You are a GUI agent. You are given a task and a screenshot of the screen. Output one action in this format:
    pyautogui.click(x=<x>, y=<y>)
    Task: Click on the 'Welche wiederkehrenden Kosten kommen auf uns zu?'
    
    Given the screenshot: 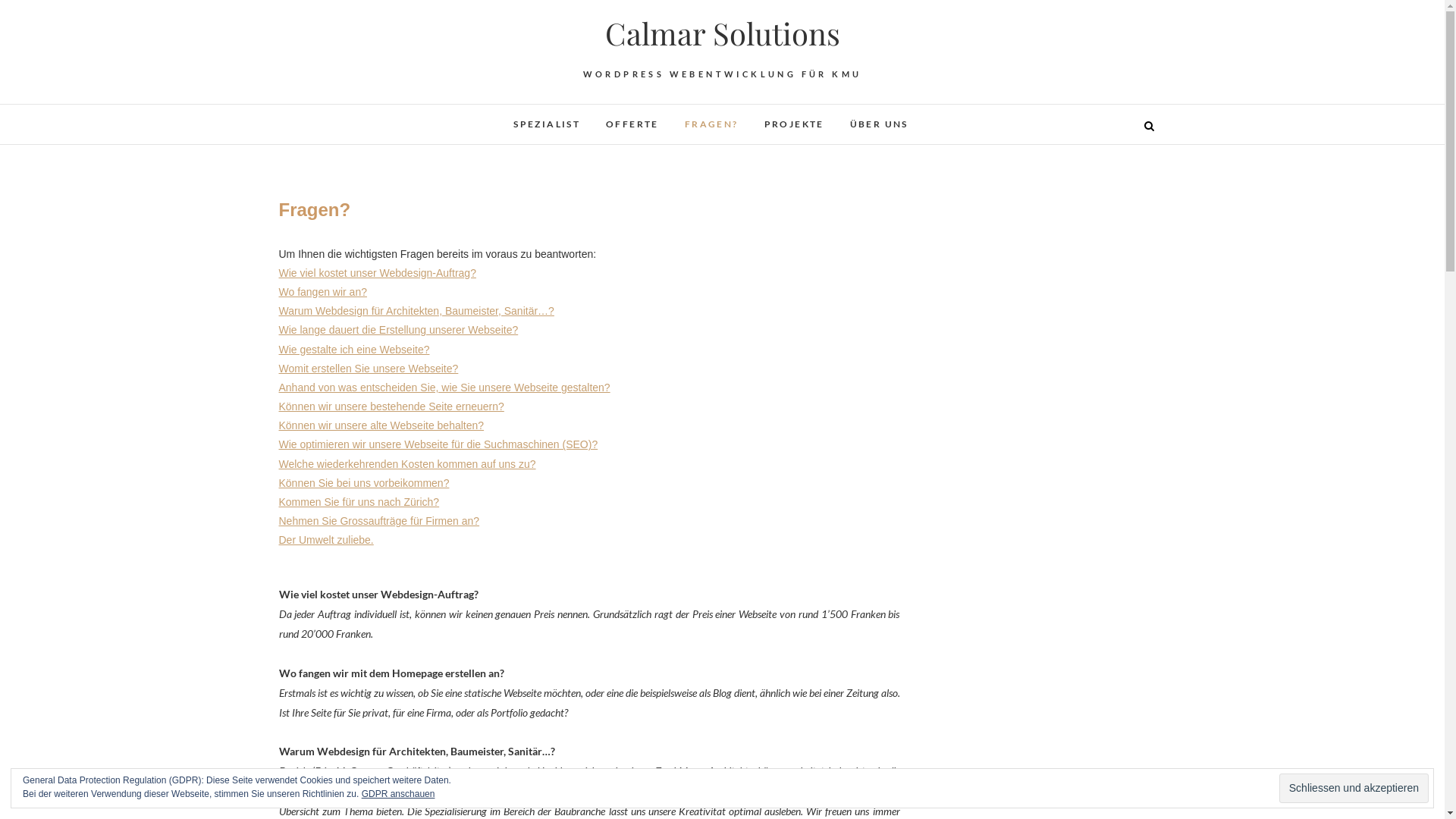 What is the action you would take?
    pyautogui.click(x=407, y=463)
    